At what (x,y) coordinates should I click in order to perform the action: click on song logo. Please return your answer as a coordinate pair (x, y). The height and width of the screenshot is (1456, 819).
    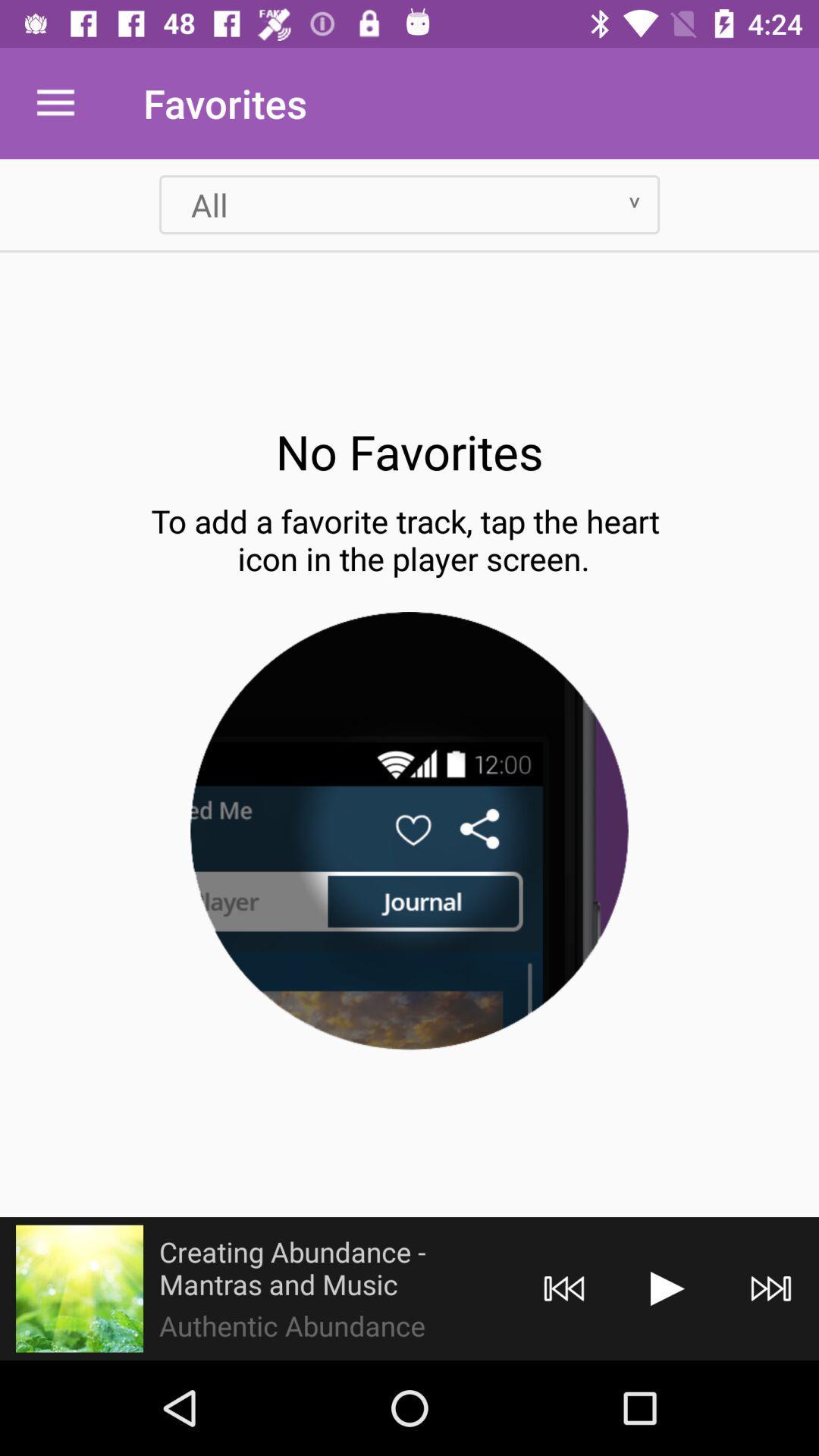
    Looking at the image, I should click on (79, 1288).